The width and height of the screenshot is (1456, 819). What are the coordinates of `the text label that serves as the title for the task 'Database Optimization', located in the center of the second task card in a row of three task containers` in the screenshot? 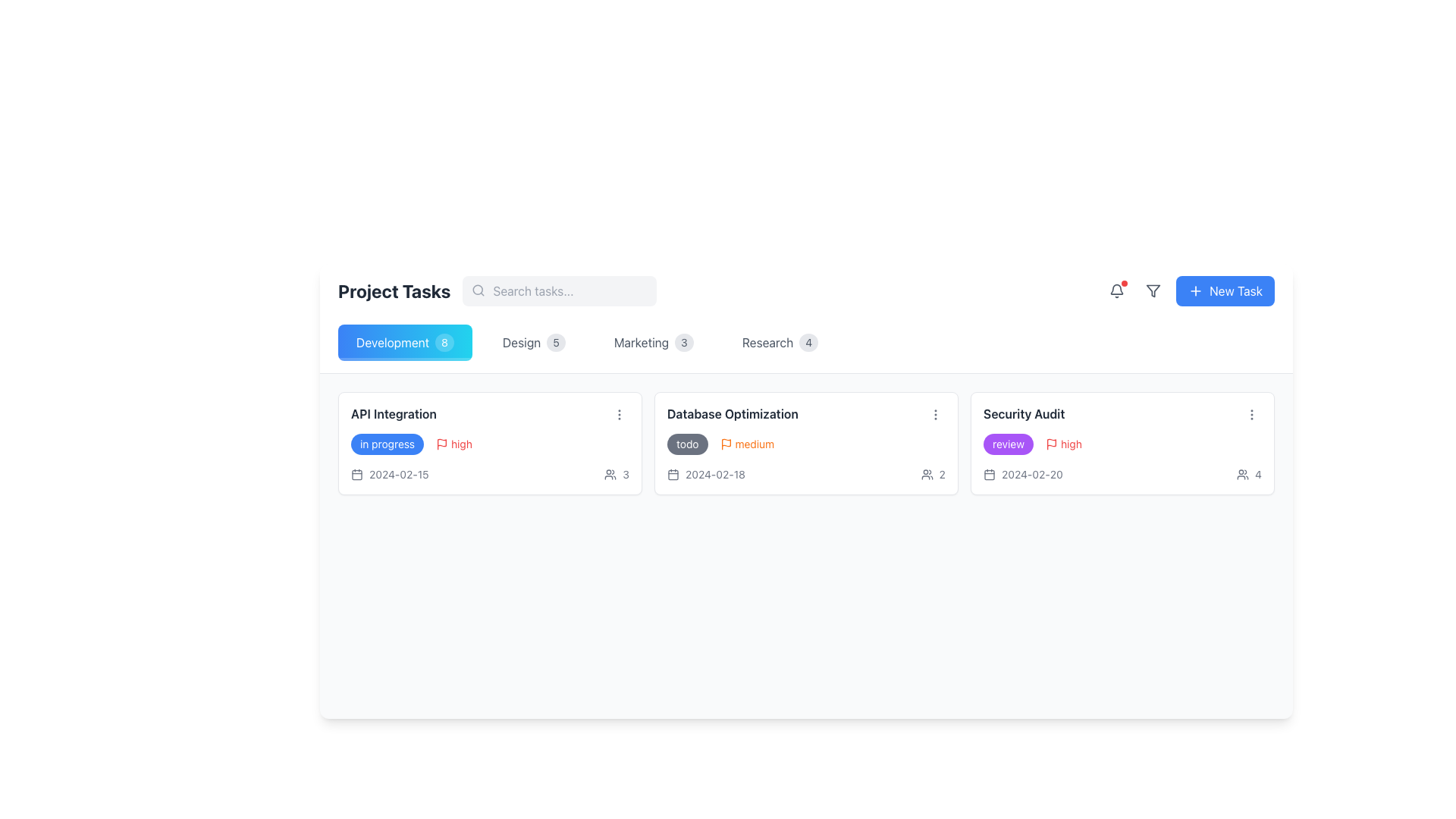 It's located at (733, 414).